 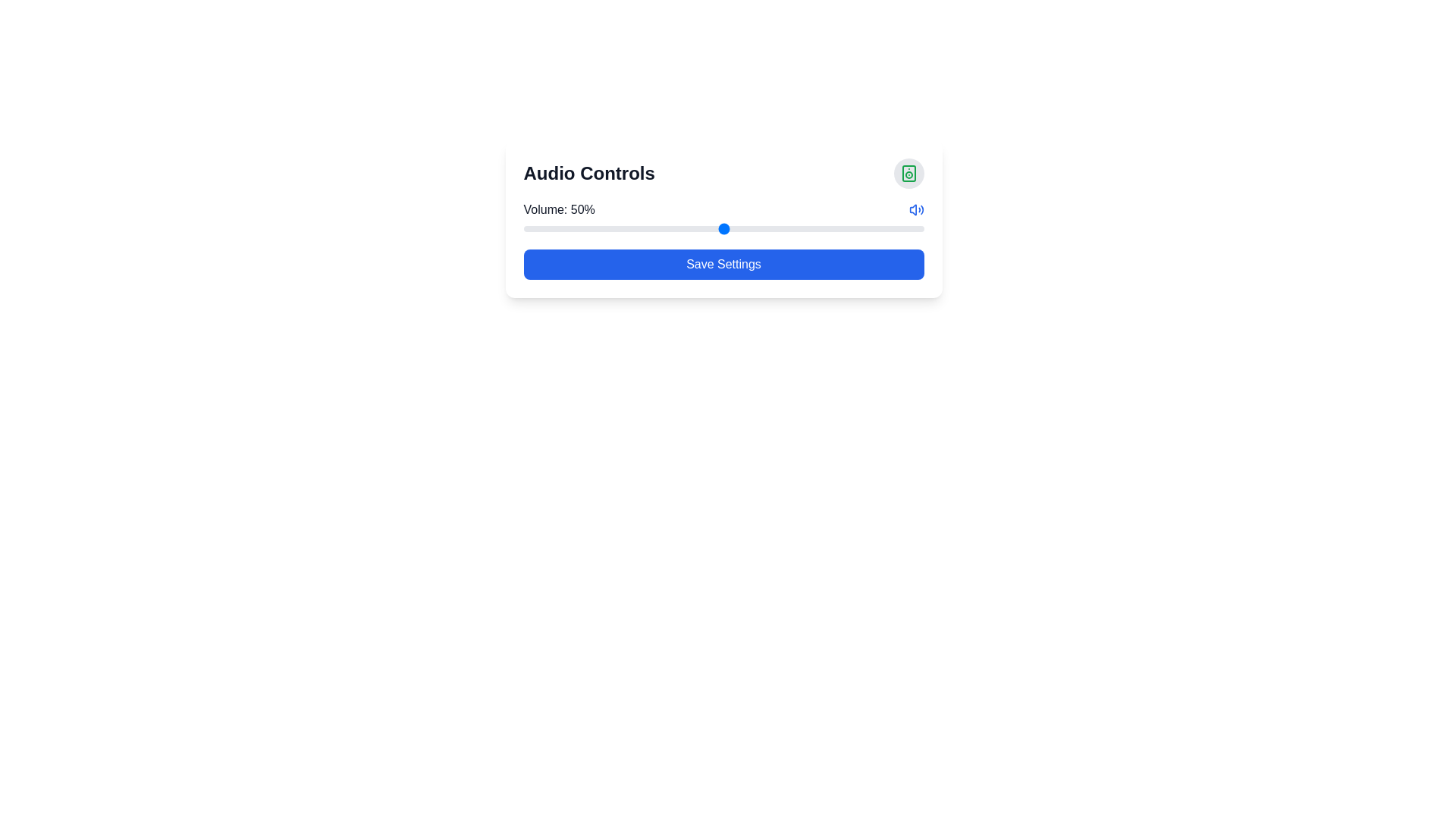 I want to click on the volume, so click(x=888, y=228).